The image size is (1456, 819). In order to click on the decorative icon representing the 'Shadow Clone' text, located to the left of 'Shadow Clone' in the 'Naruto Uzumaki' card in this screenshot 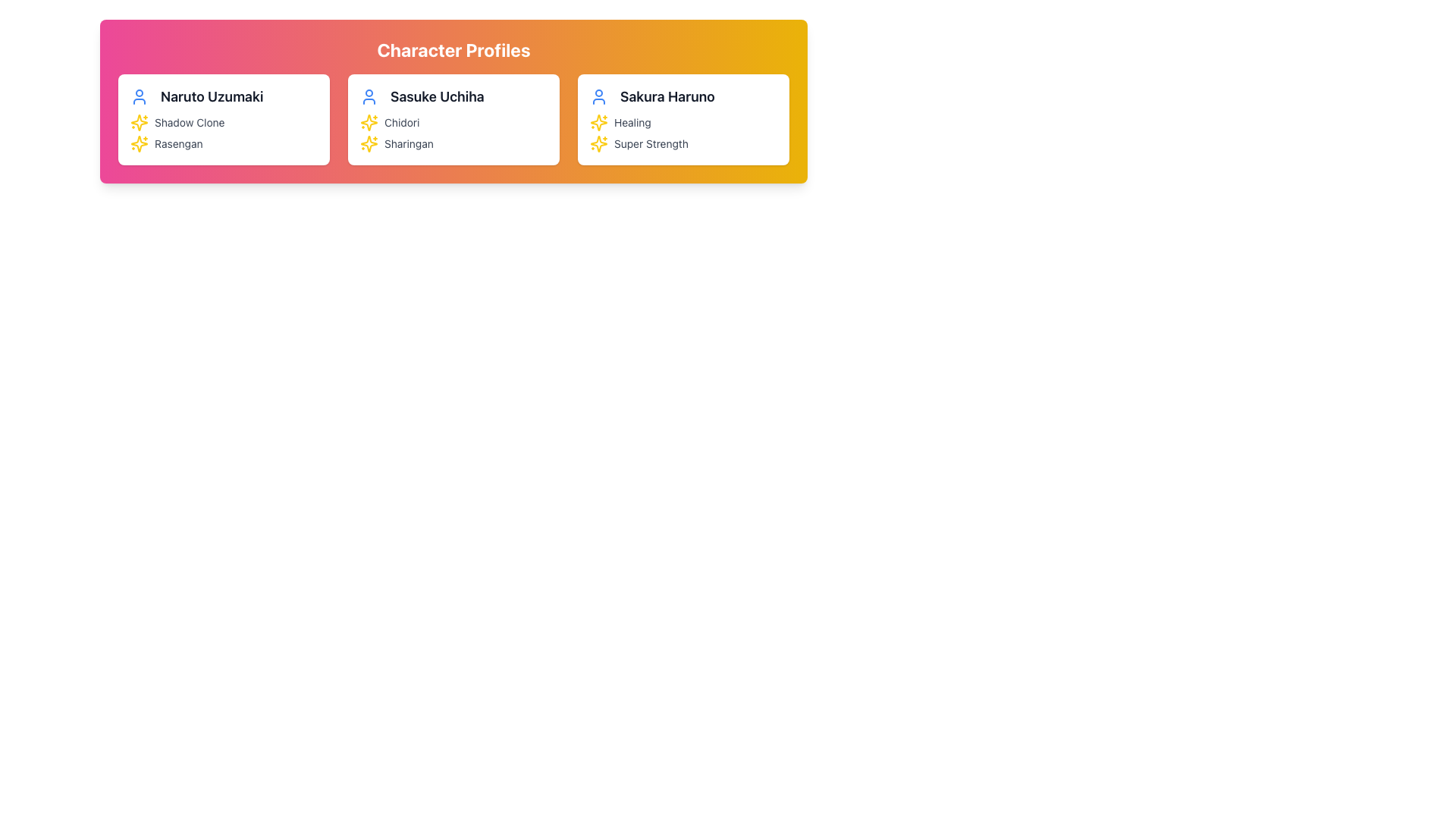, I will do `click(139, 122)`.